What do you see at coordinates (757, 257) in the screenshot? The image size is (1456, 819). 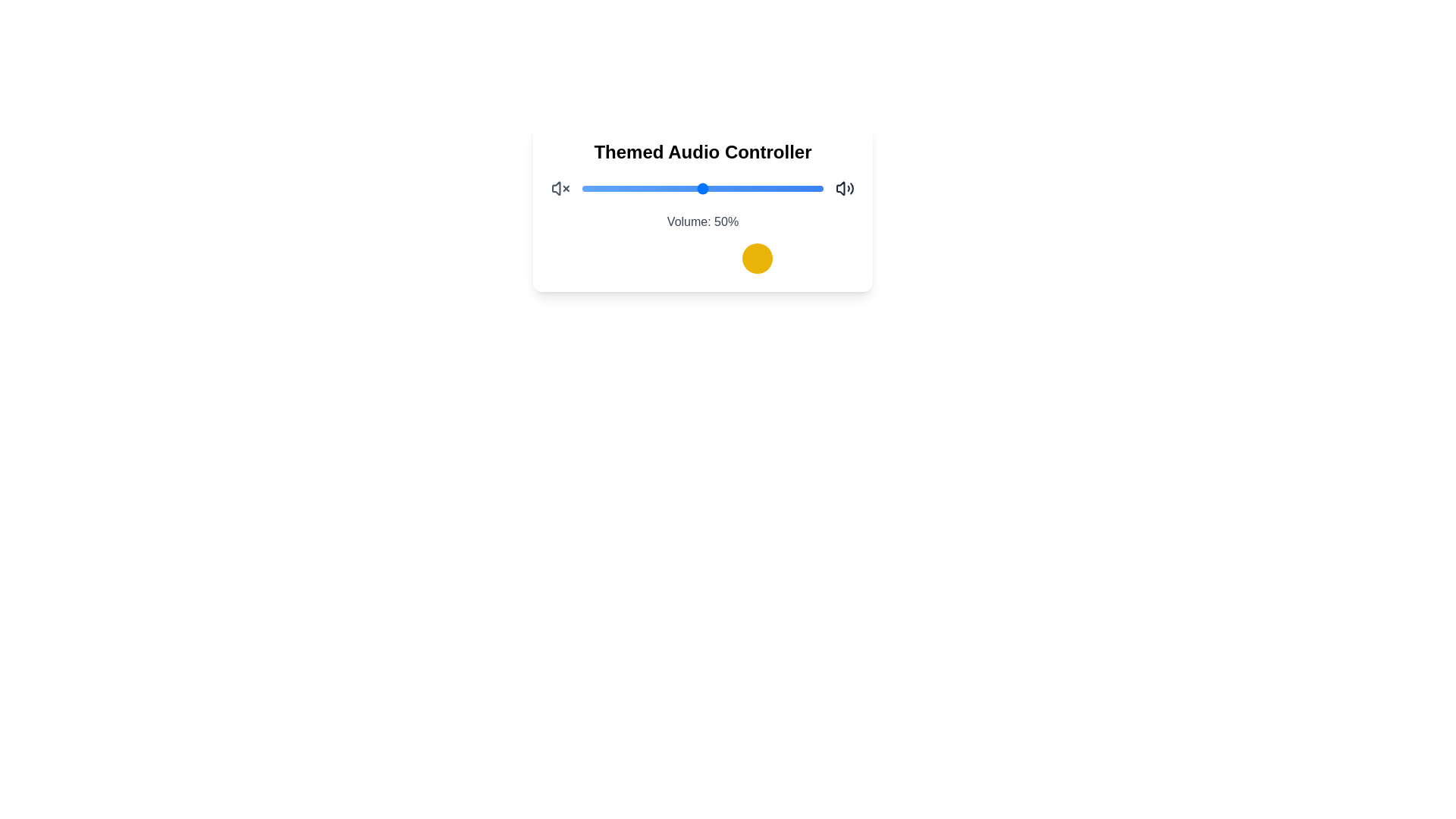 I see `the yellow button to change the theme` at bounding box center [757, 257].